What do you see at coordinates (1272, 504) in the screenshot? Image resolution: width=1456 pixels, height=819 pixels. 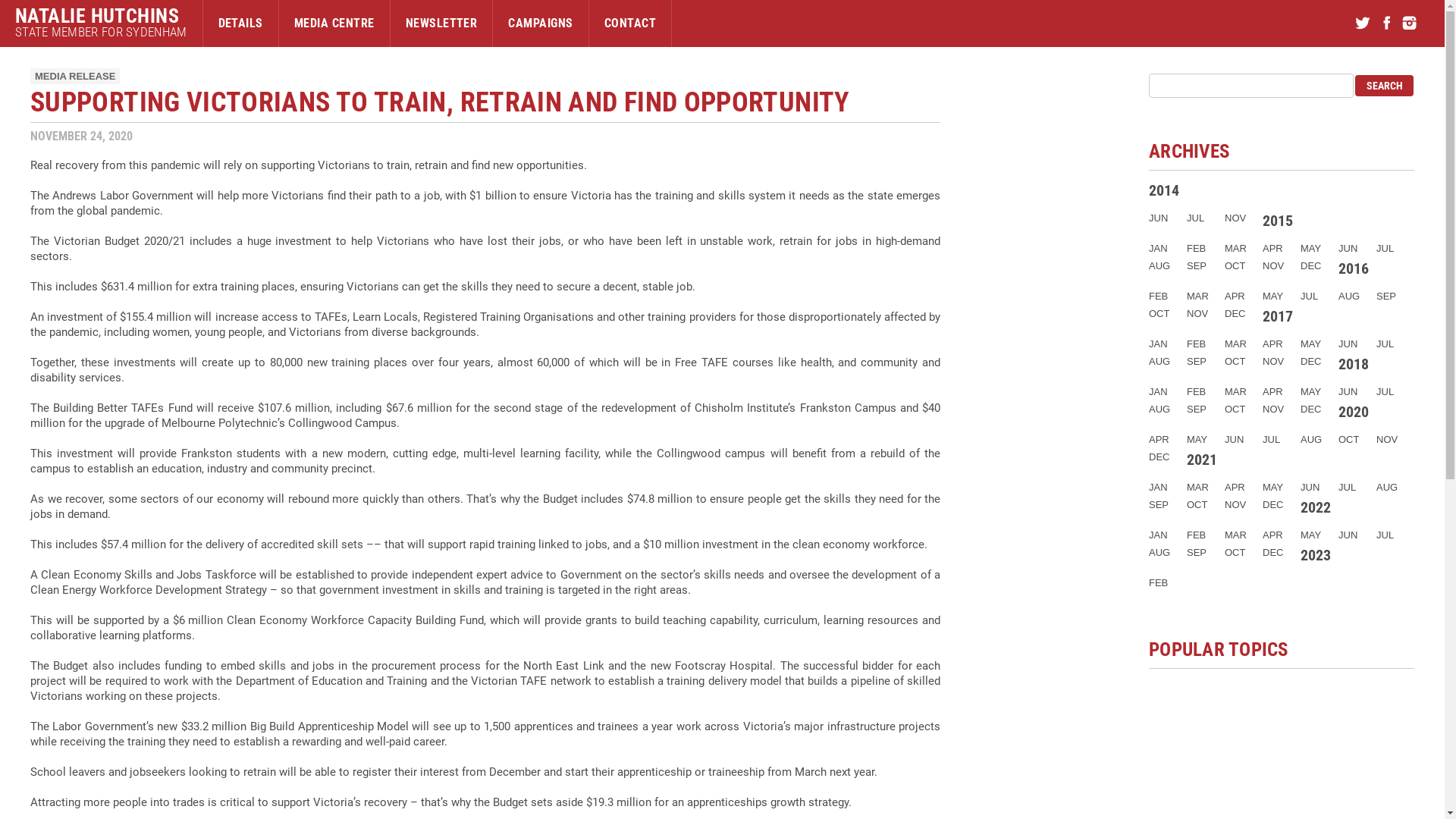 I see `'DEC'` at bounding box center [1272, 504].